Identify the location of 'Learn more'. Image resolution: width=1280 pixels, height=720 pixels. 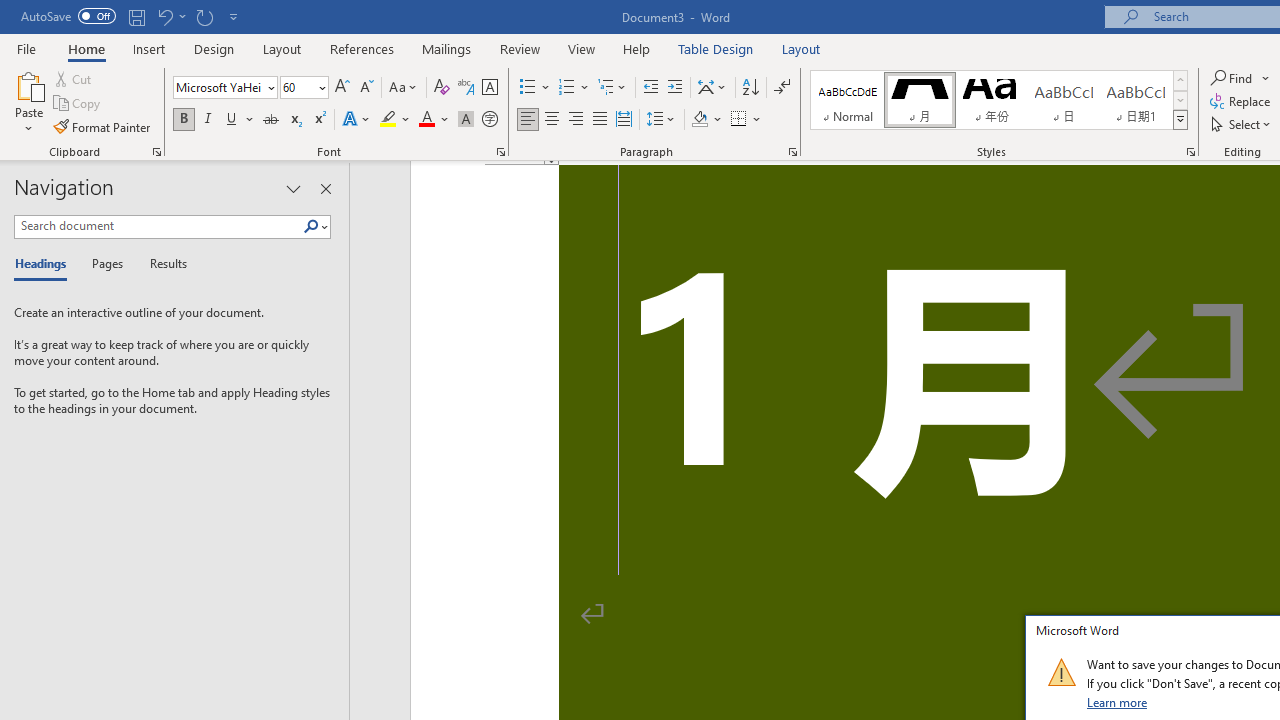
(1117, 701).